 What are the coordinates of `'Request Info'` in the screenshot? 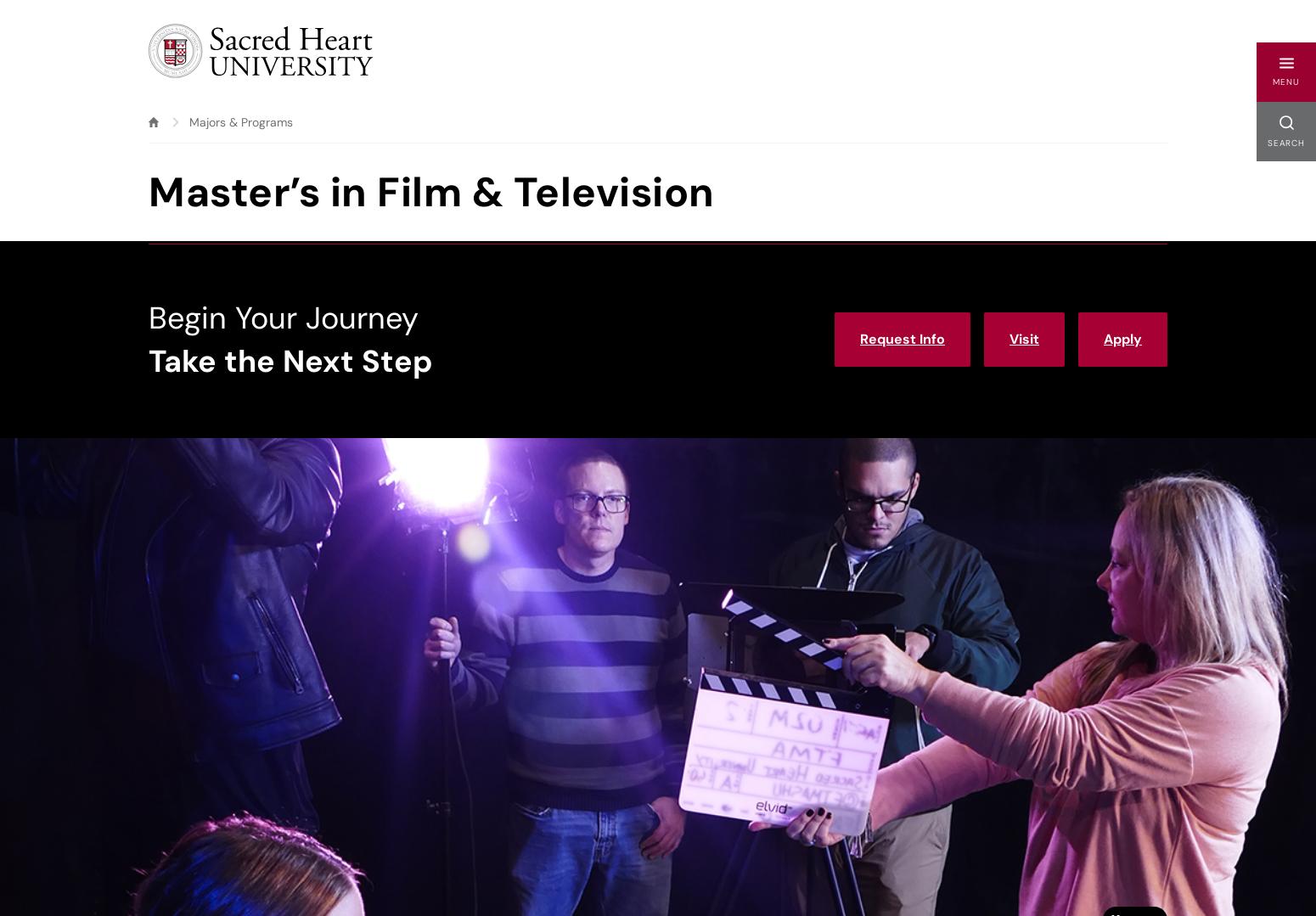 It's located at (902, 338).